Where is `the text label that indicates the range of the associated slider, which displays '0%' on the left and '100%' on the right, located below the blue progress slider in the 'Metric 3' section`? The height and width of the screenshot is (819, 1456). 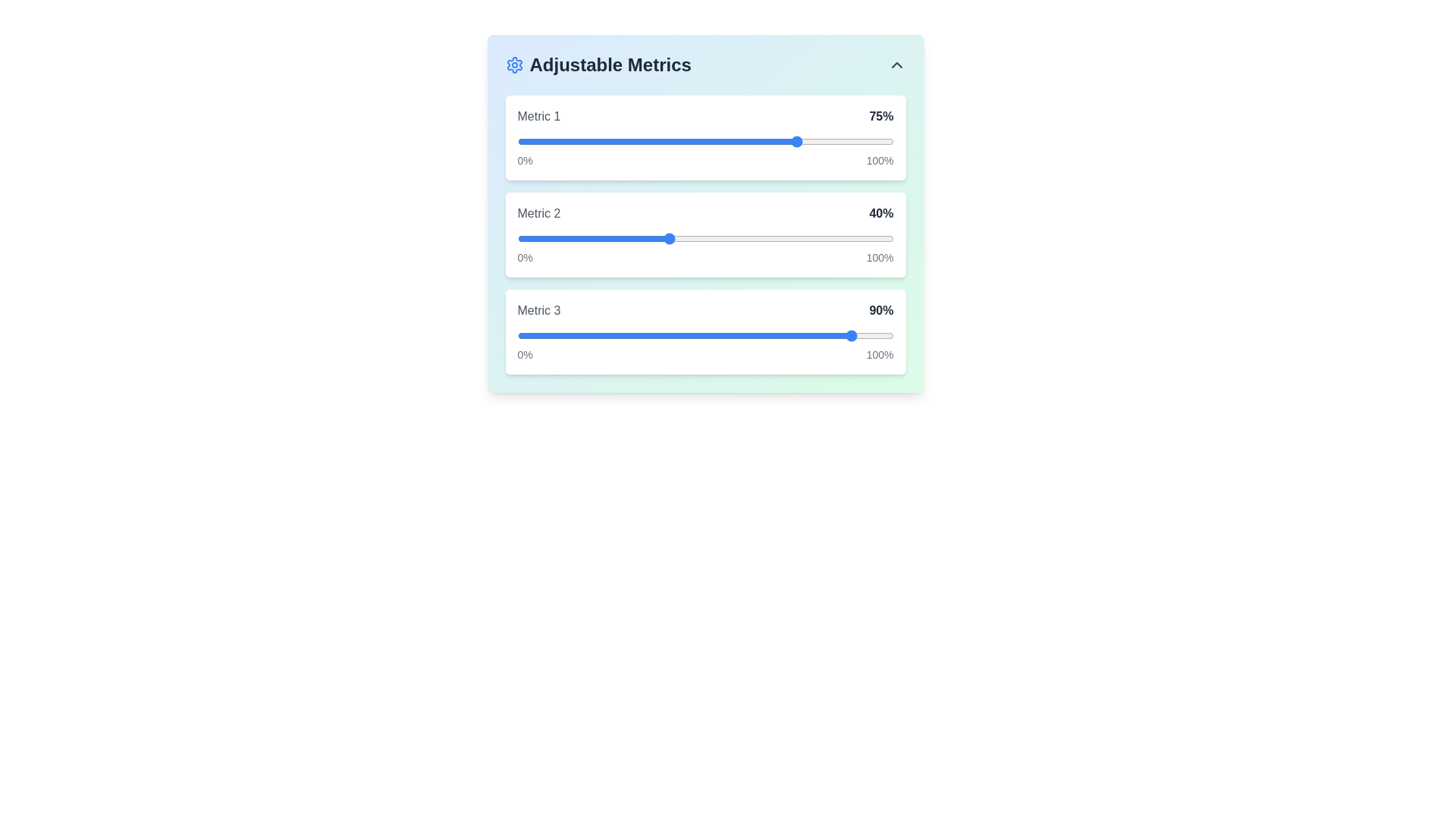
the text label that indicates the range of the associated slider, which displays '0%' on the left and '100%' on the right, located below the blue progress slider in the 'Metric 3' section is located at coordinates (704, 354).